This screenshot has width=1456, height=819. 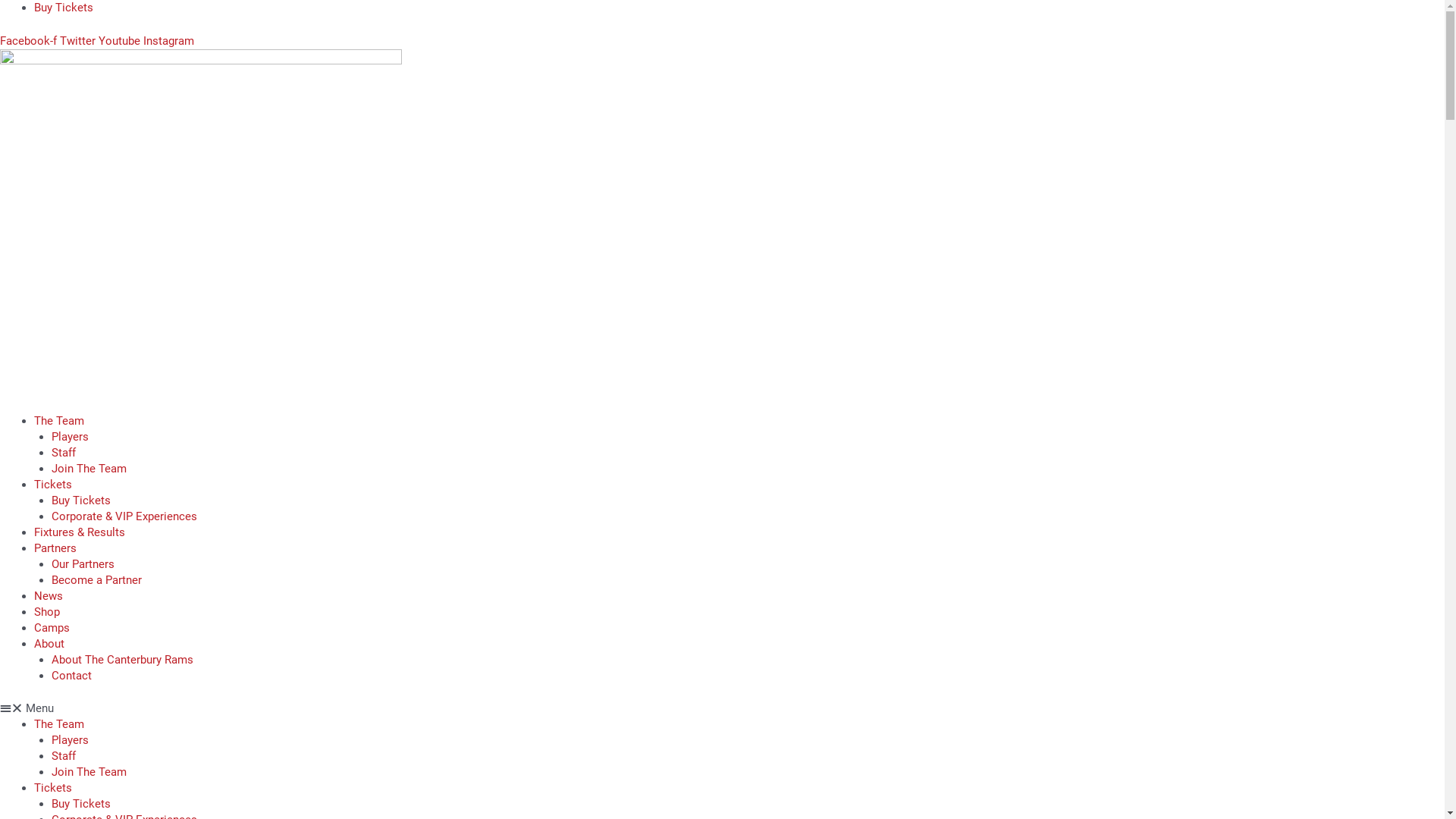 I want to click on 'Staff', so click(x=62, y=452).